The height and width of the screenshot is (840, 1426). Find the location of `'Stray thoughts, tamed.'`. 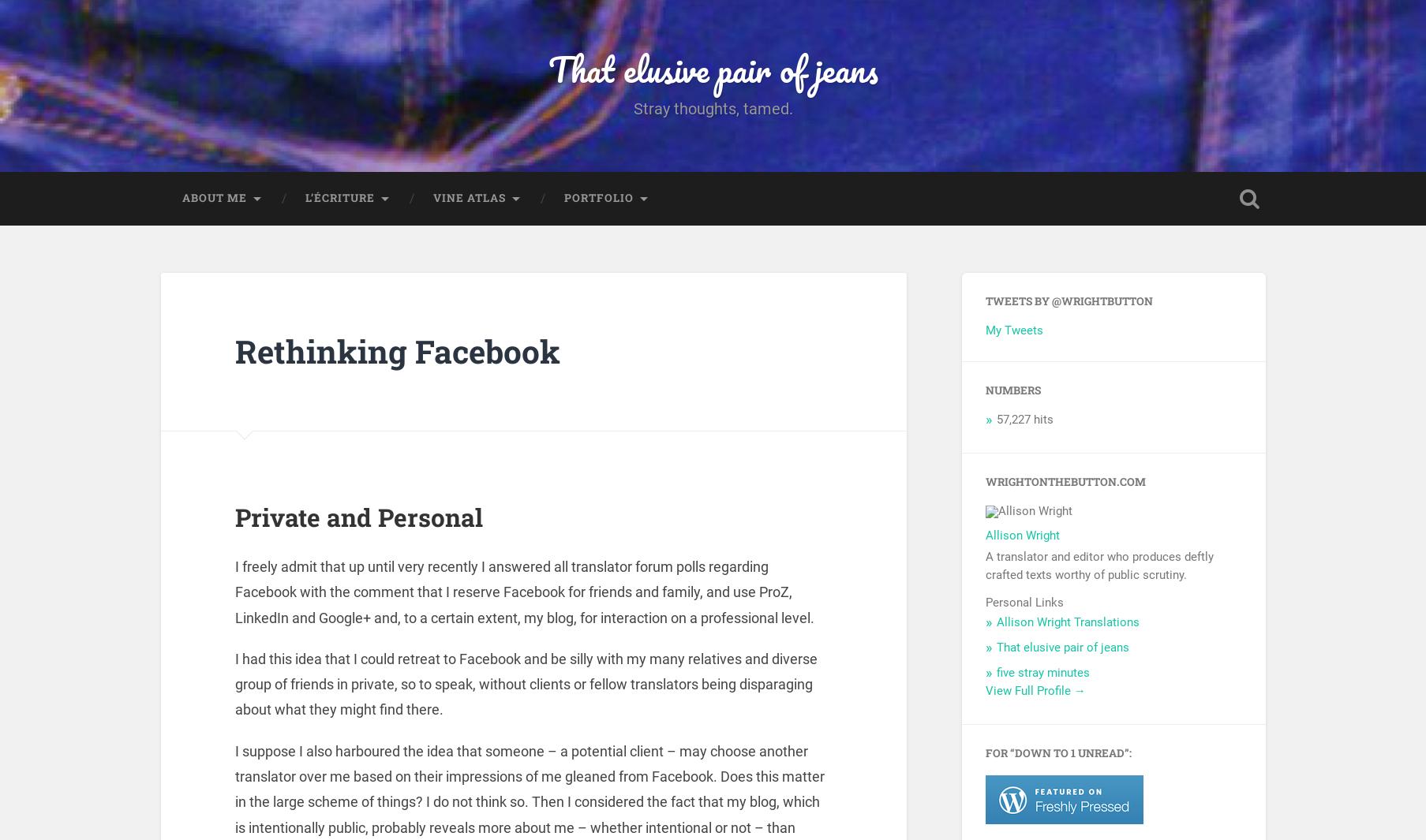

'Stray thoughts, tamed.' is located at coordinates (712, 110).